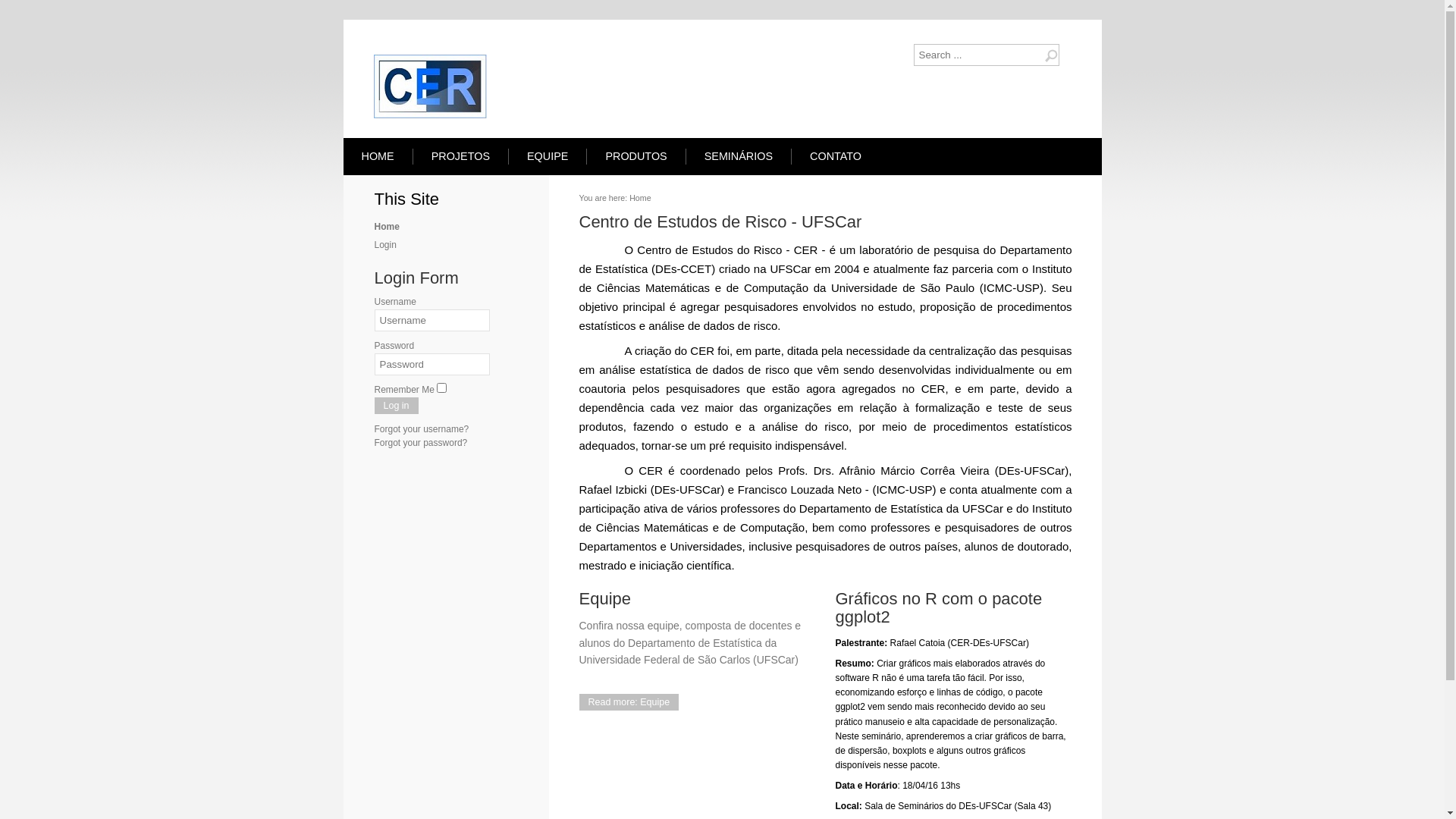 The width and height of the screenshot is (1456, 819). What do you see at coordinates (835, 155) in the screenshot?
I see `'CONTATO'` at bounding box center [835, 155].